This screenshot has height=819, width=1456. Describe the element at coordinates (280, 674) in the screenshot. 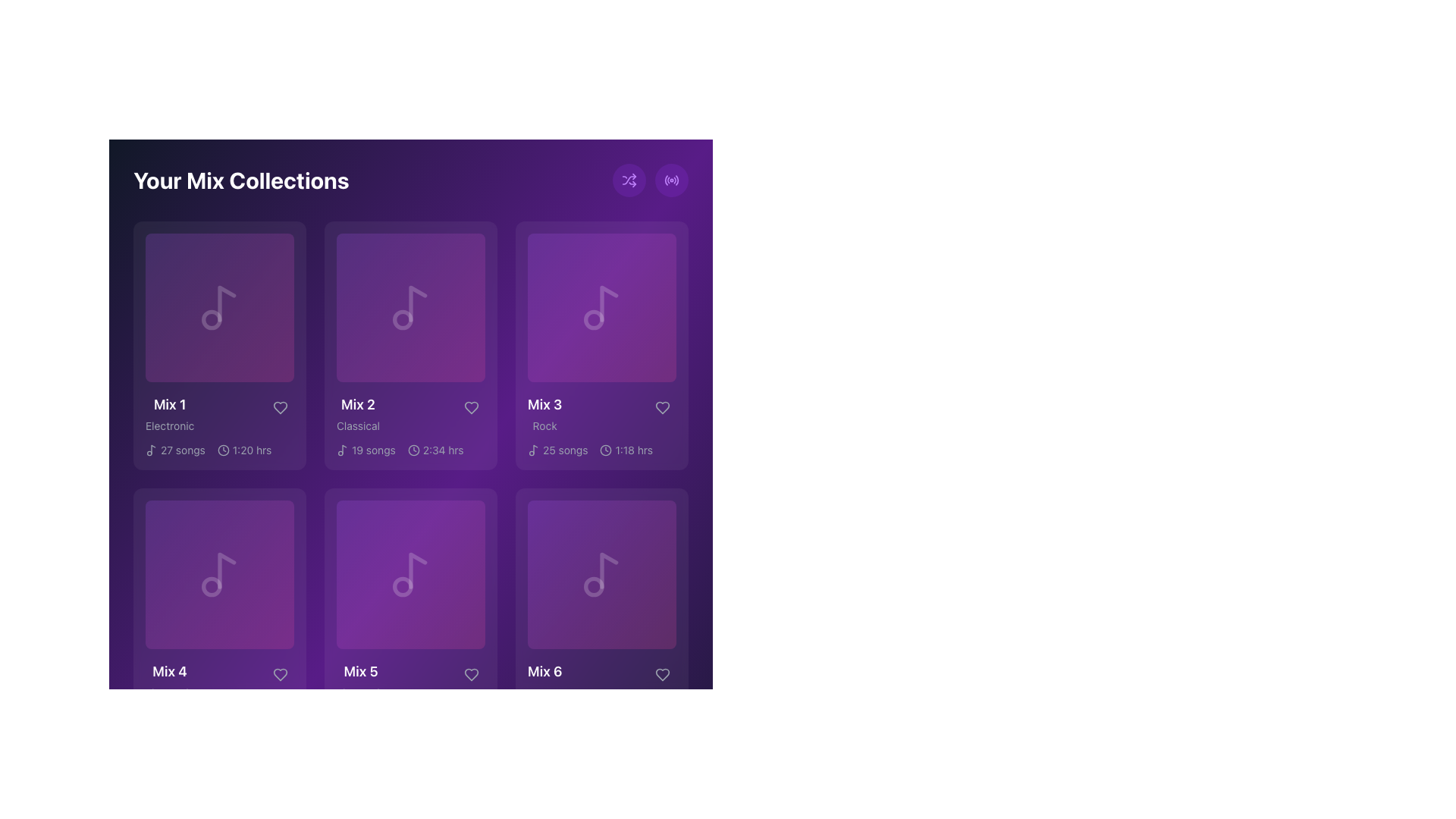

I see `the heart icon button located in the bottom-right corner of the 'Mix 4' section for potential additional interactions` at that location.